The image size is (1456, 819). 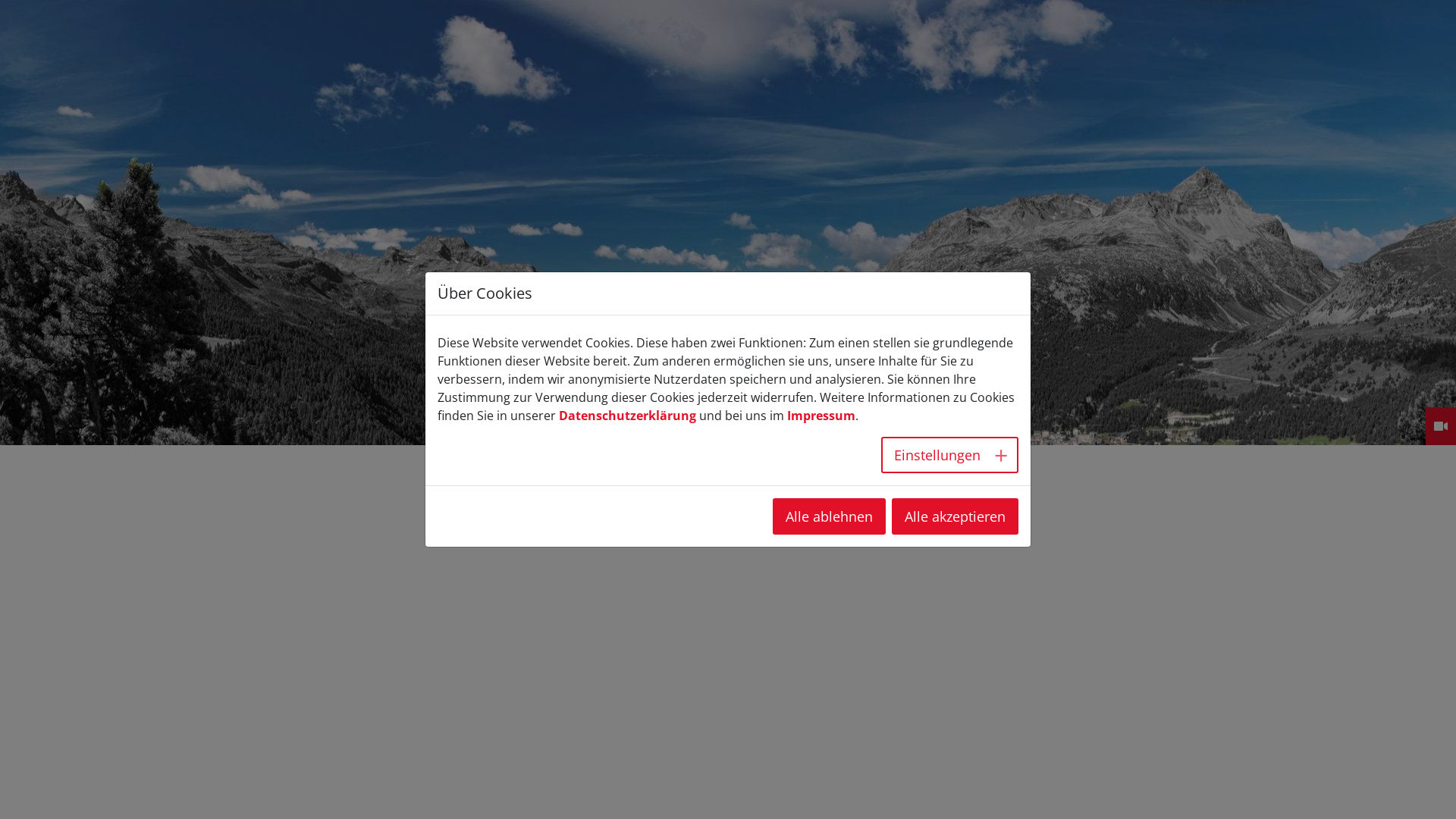 I want to click on 'Alle akzeptieren', so click(x=892, y=516).